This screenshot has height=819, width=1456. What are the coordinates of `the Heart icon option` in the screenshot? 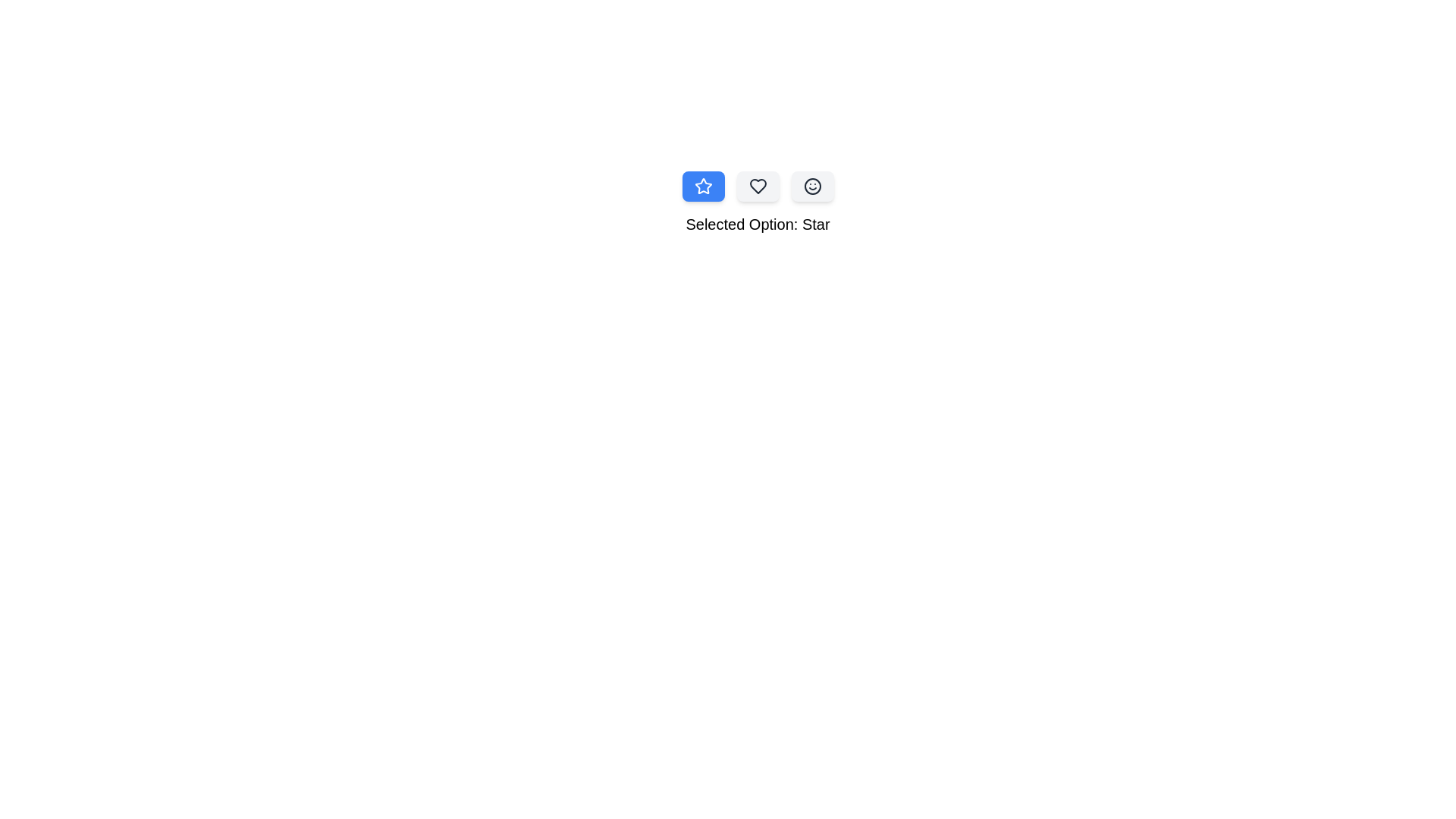 It's located at (758, 186).